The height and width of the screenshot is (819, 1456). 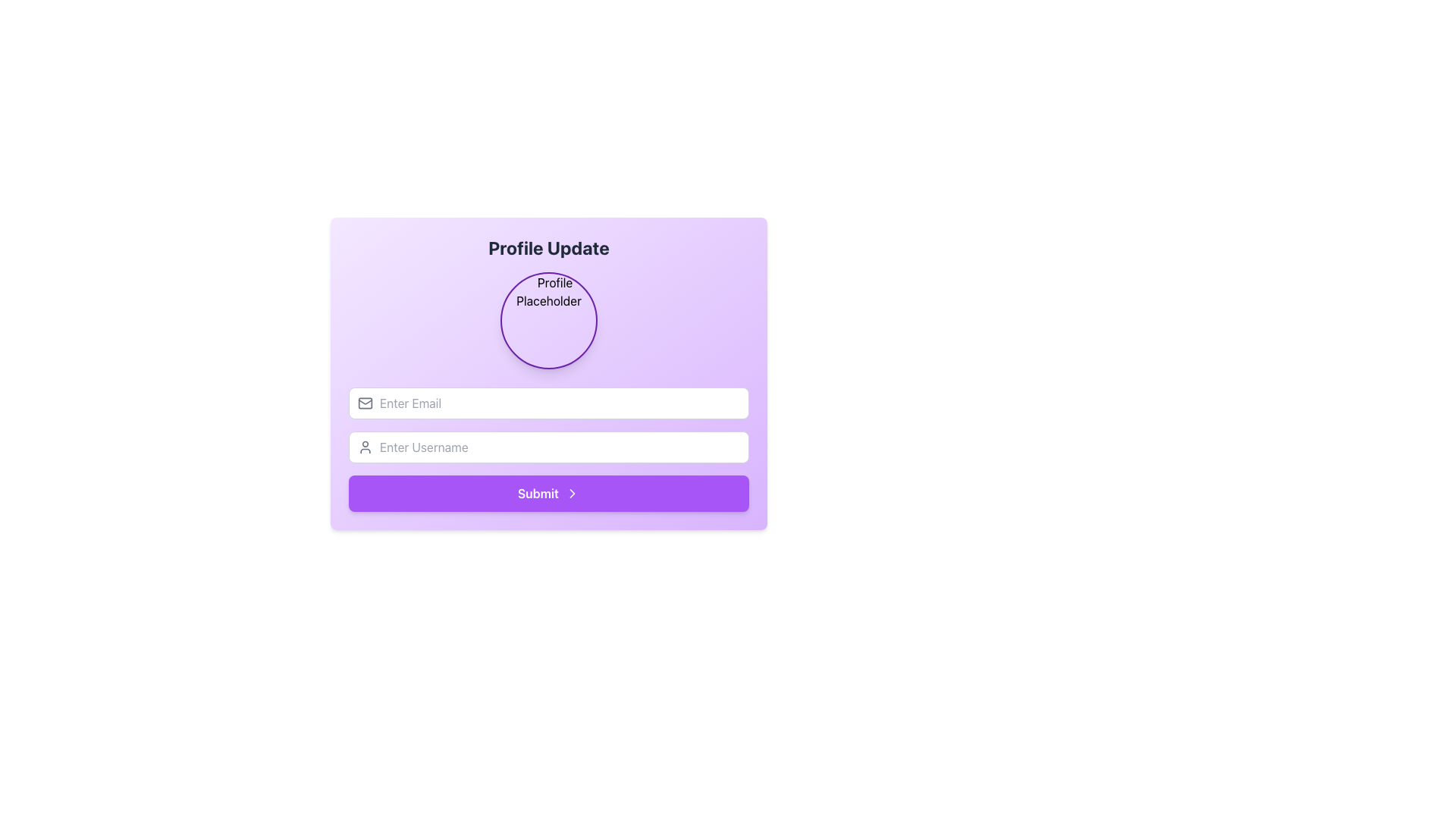 I want to click on the small user icon located to the left of the username input field, which visually resembles an outline of a person in light gray color, so click(x=365, y=447).